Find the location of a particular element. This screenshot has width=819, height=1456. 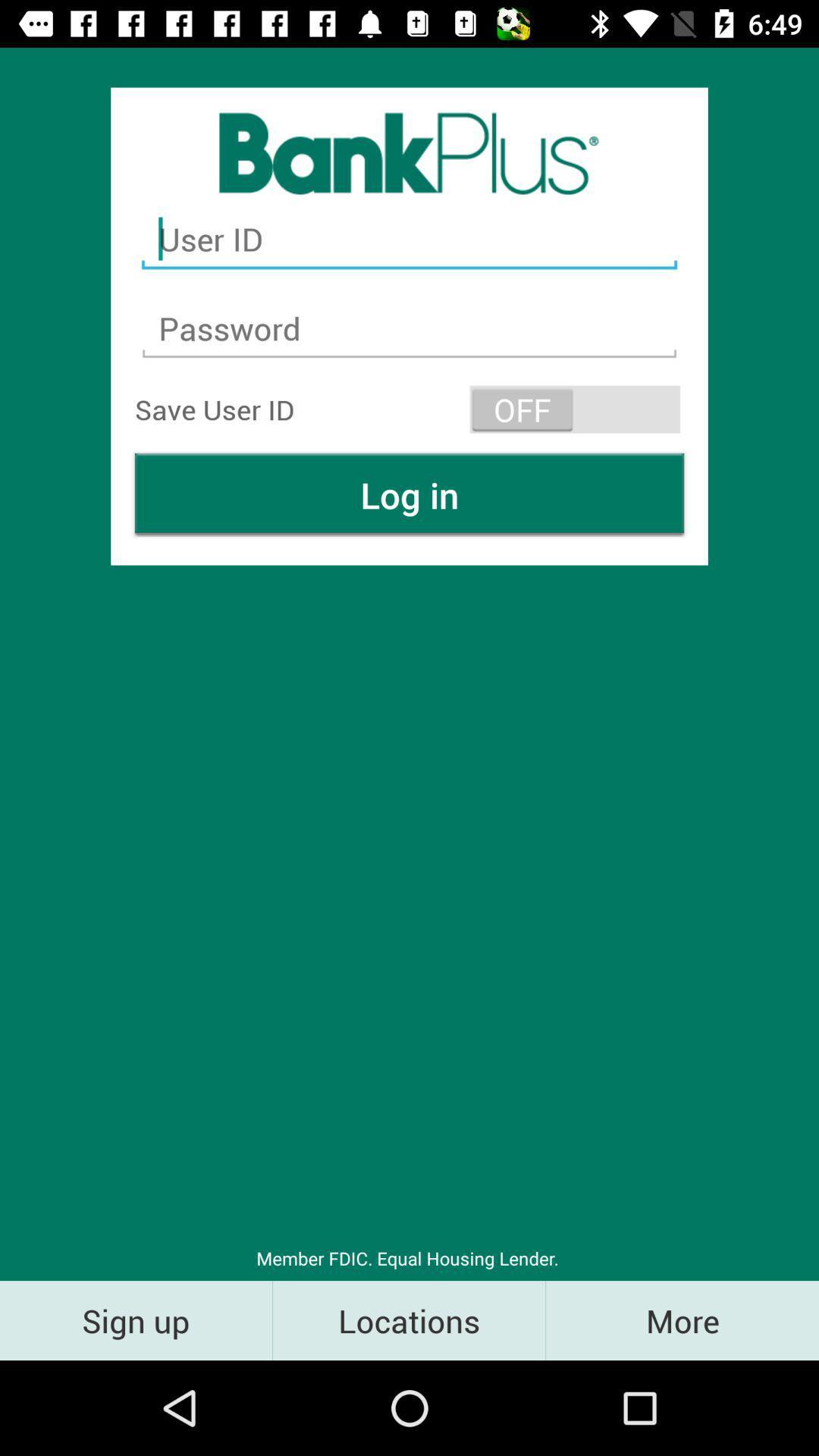

icon below member fdic equal icon is located at coordinates (681, 1319).